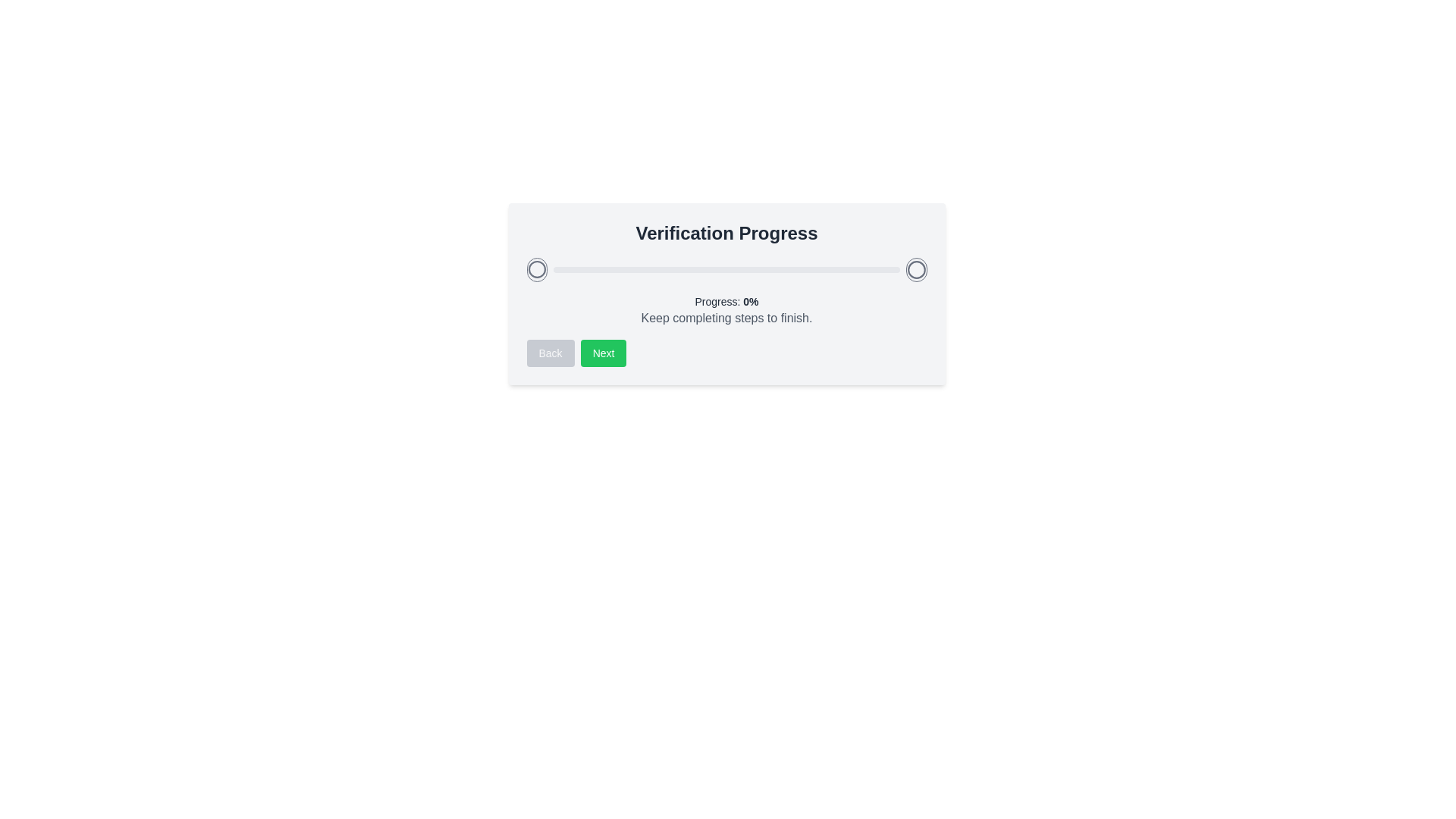 This screenshot has height=819, width=1456. Describe the element at coordinates (726, 318) in the screenshot. I see `the static text display that shows the message 'Keep completing steps to finish.' which is styled in gray color and located below the progress description in the progress-tracking UI` at that location.